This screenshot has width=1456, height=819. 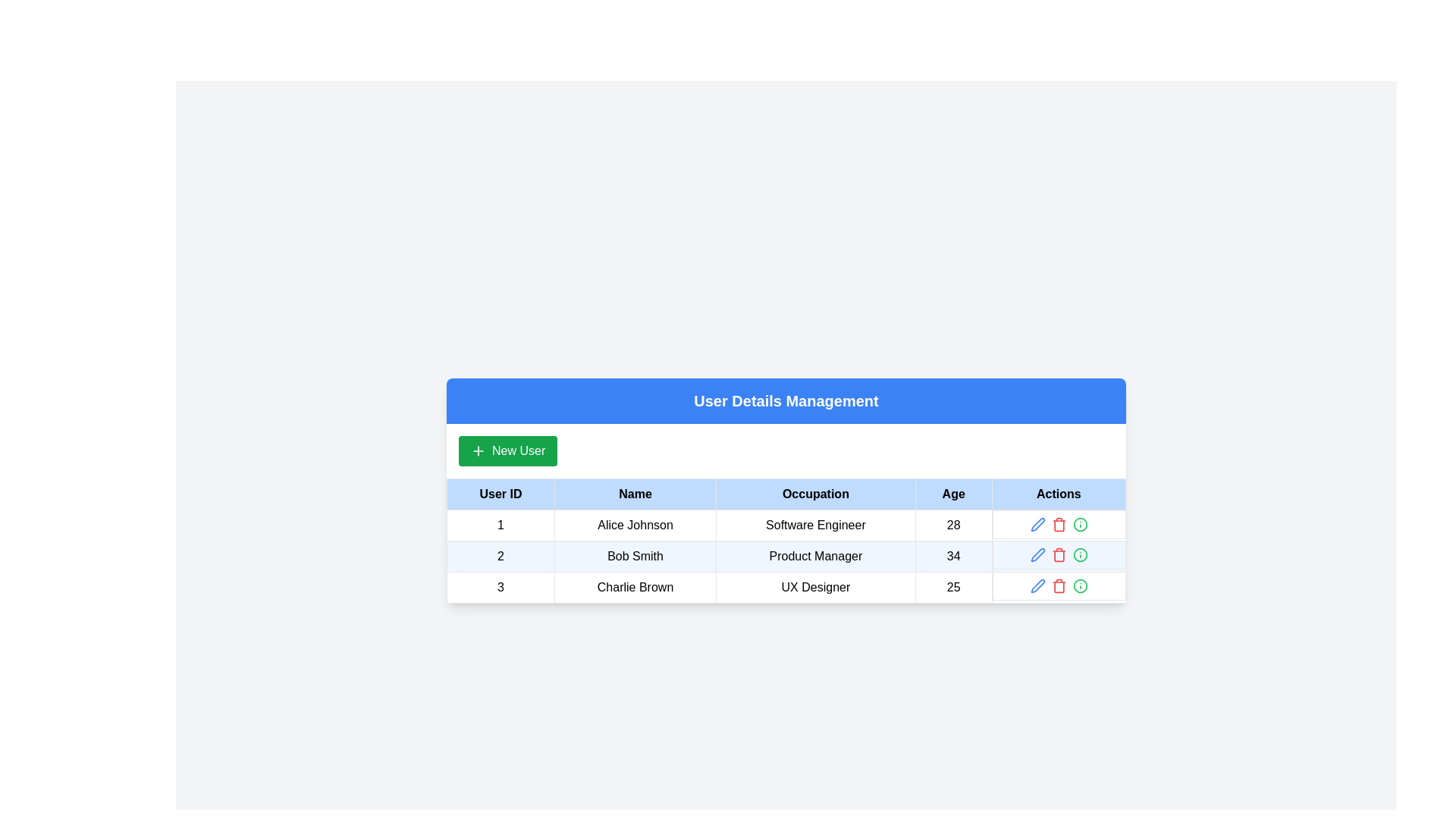 What do you see at coordinates (500, 586) in the screenshot?
I see `the Text Label containing the numeric value '3' in bold text, located in the 'User ID' column of the table for user 'Charlie Brown.'` at bounding box center [500, 586].